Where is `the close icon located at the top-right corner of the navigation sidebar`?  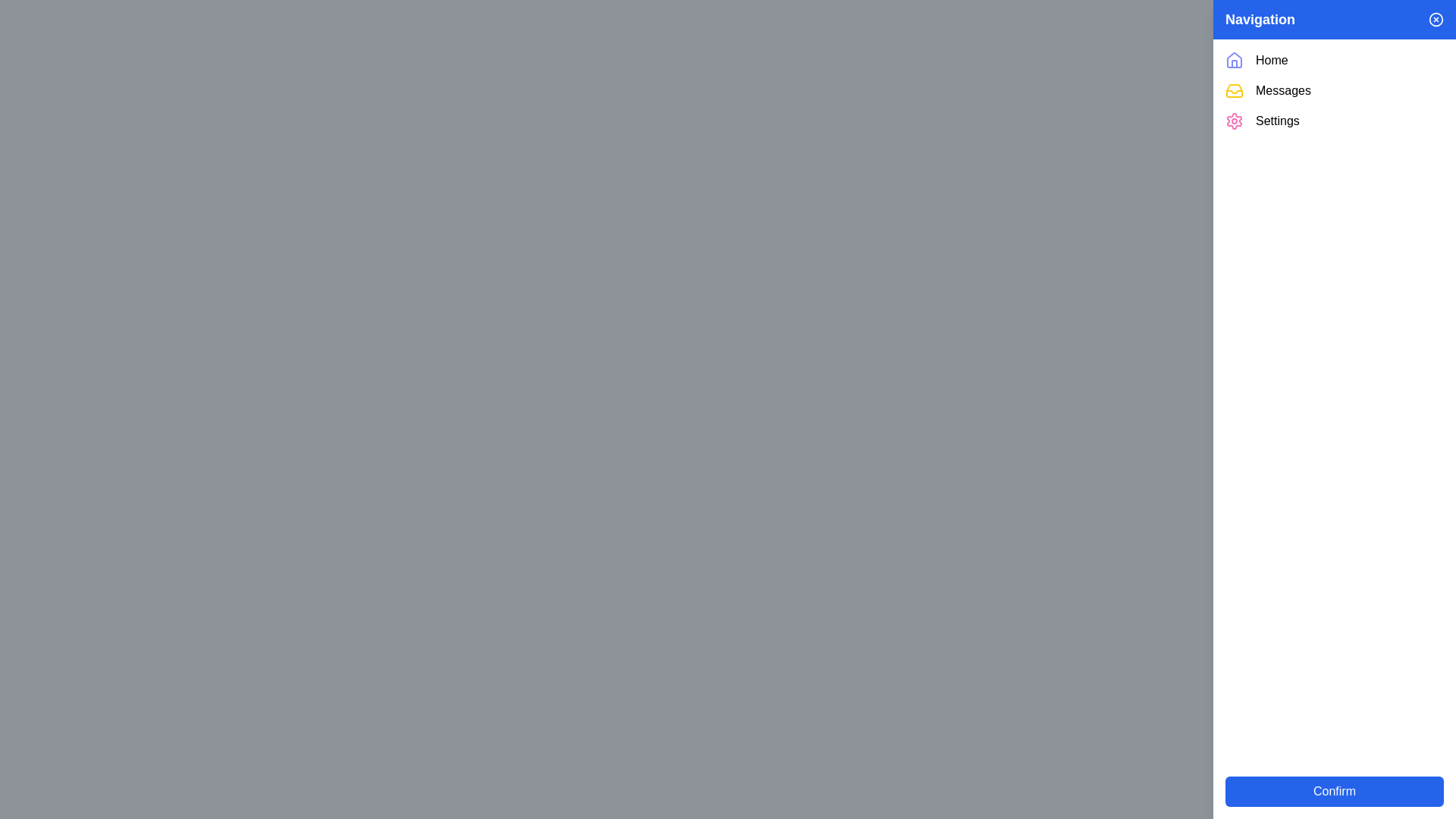
the close icon located at the top-right corner of the navigation sidebar is located at coordinates (1436, 20).